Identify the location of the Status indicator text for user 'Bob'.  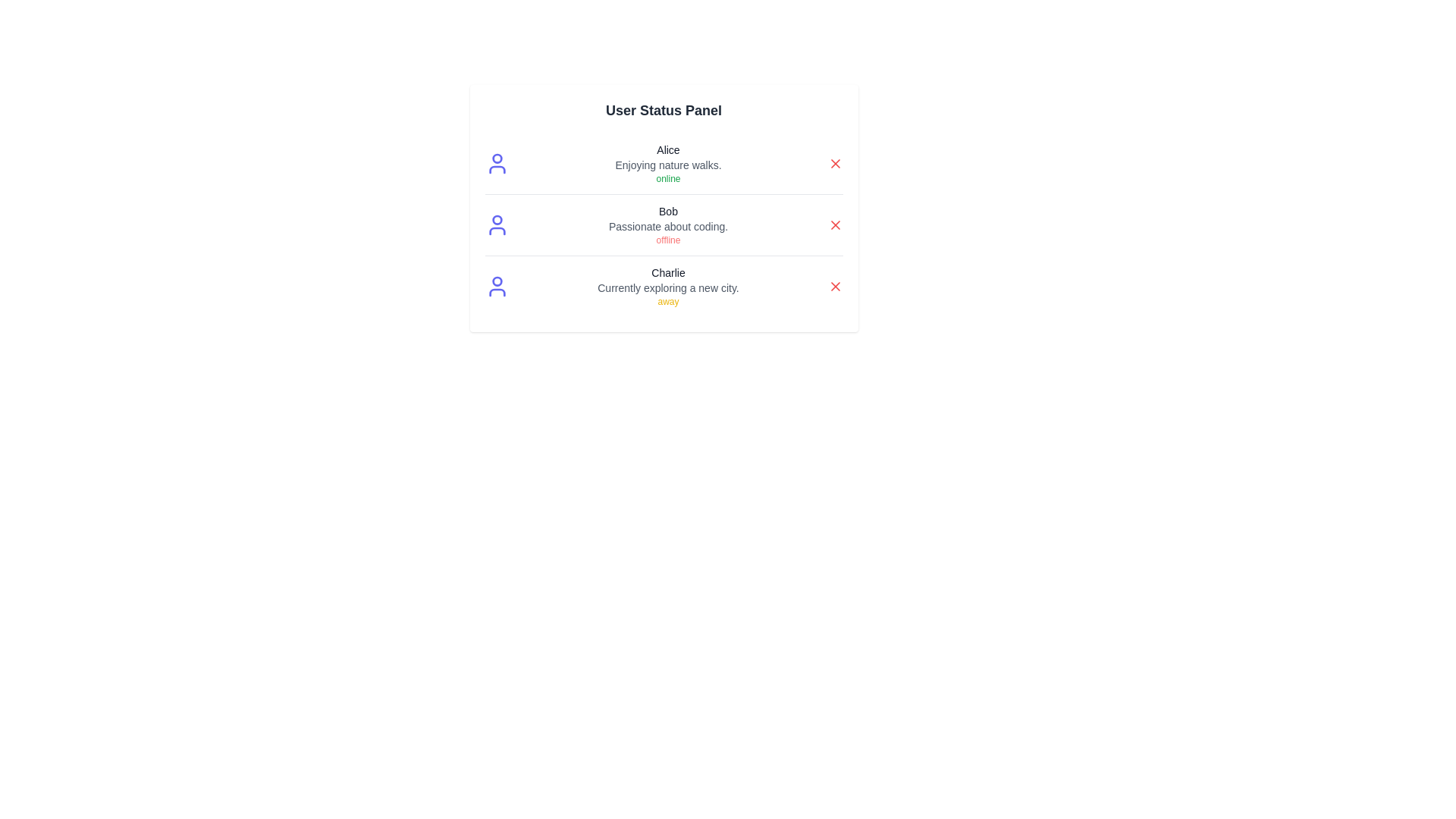
(667, 239).